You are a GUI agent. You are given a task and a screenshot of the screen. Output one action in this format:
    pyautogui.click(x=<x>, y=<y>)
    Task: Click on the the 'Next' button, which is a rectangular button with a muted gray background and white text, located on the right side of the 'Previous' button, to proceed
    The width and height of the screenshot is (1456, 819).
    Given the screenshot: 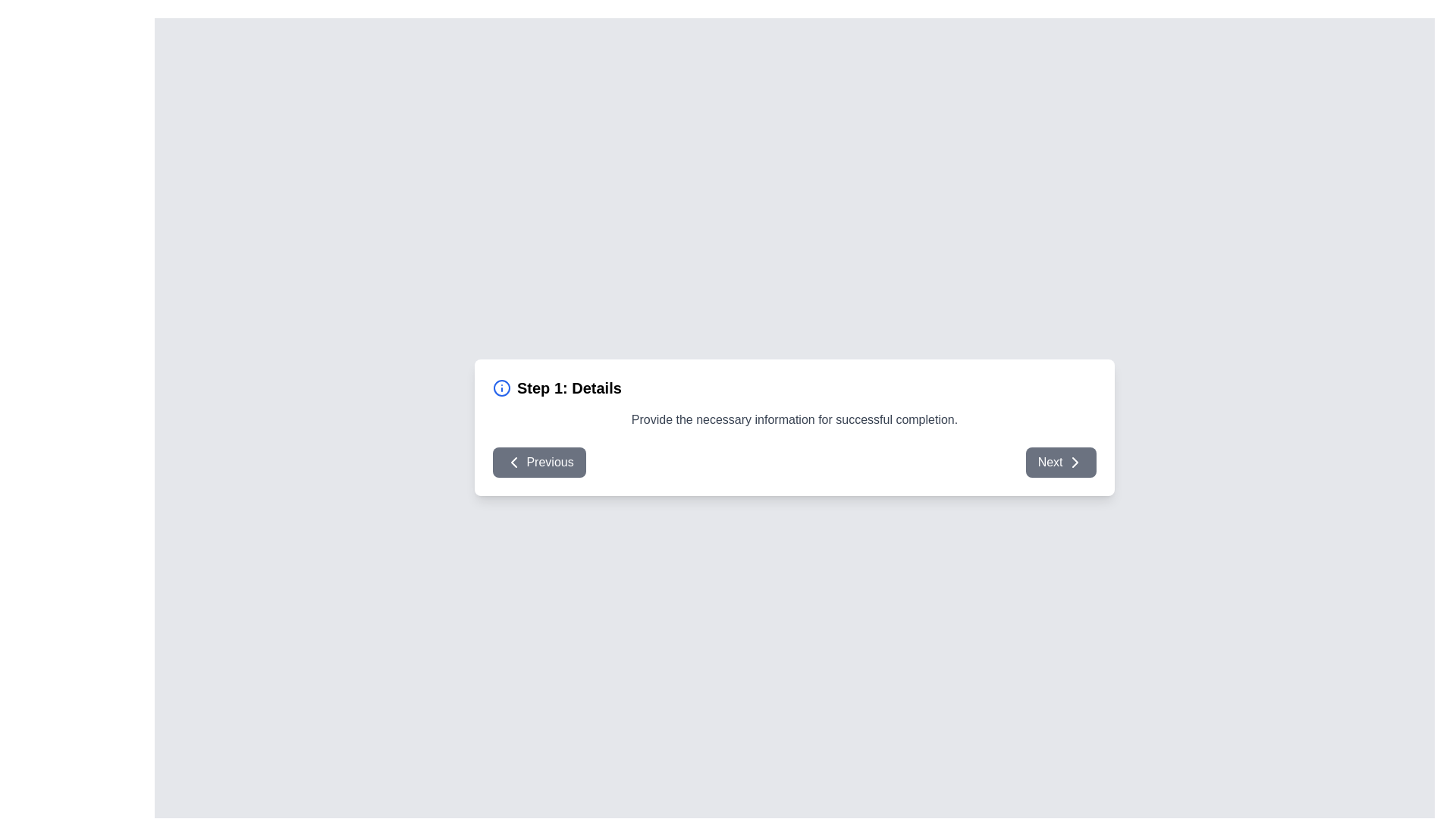 What is the action you would take?
    pyautogui.click(x=1060, y=461)
    